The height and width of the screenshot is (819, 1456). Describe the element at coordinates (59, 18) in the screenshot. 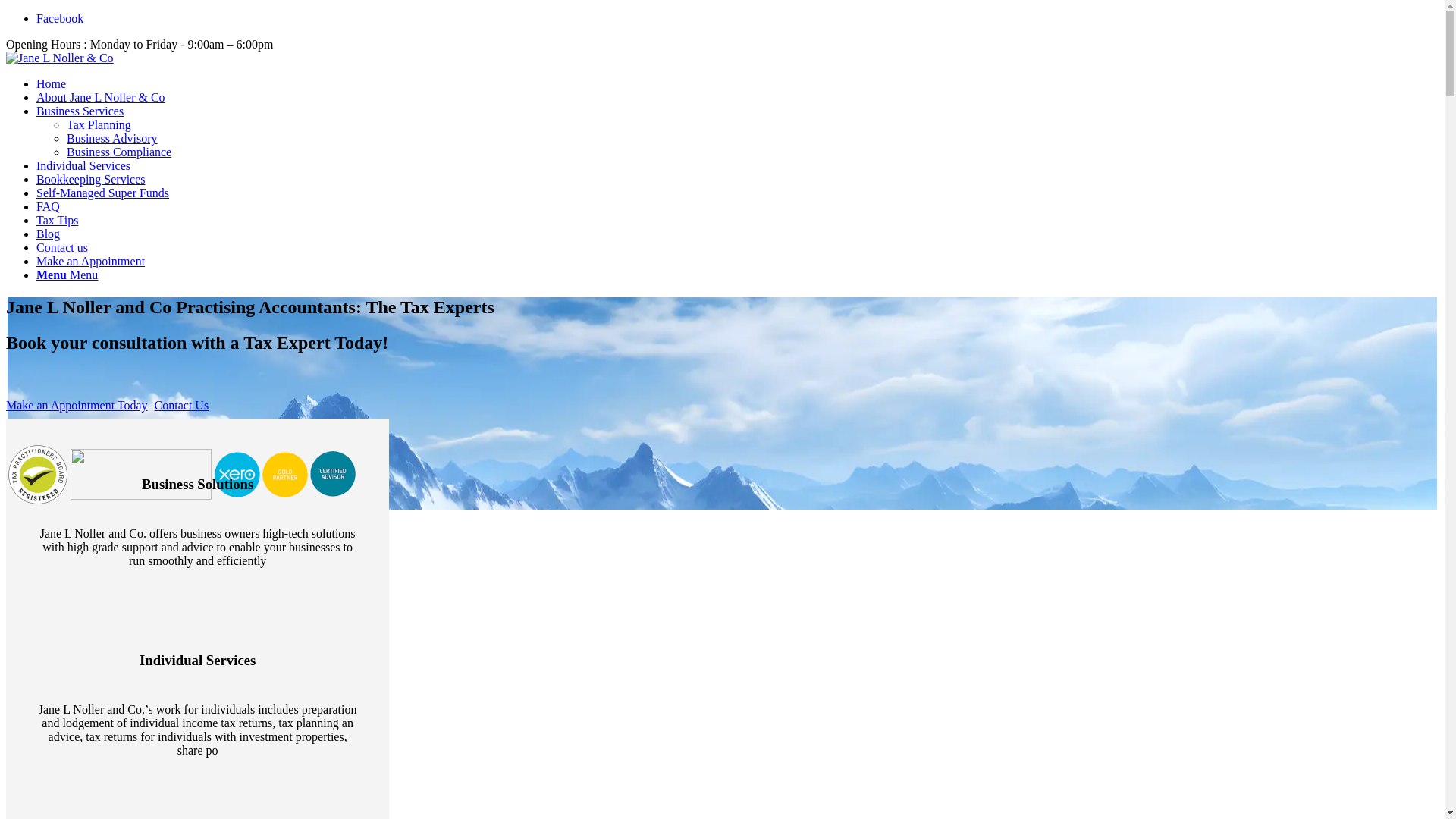

I see `'Facebook'` at that location.